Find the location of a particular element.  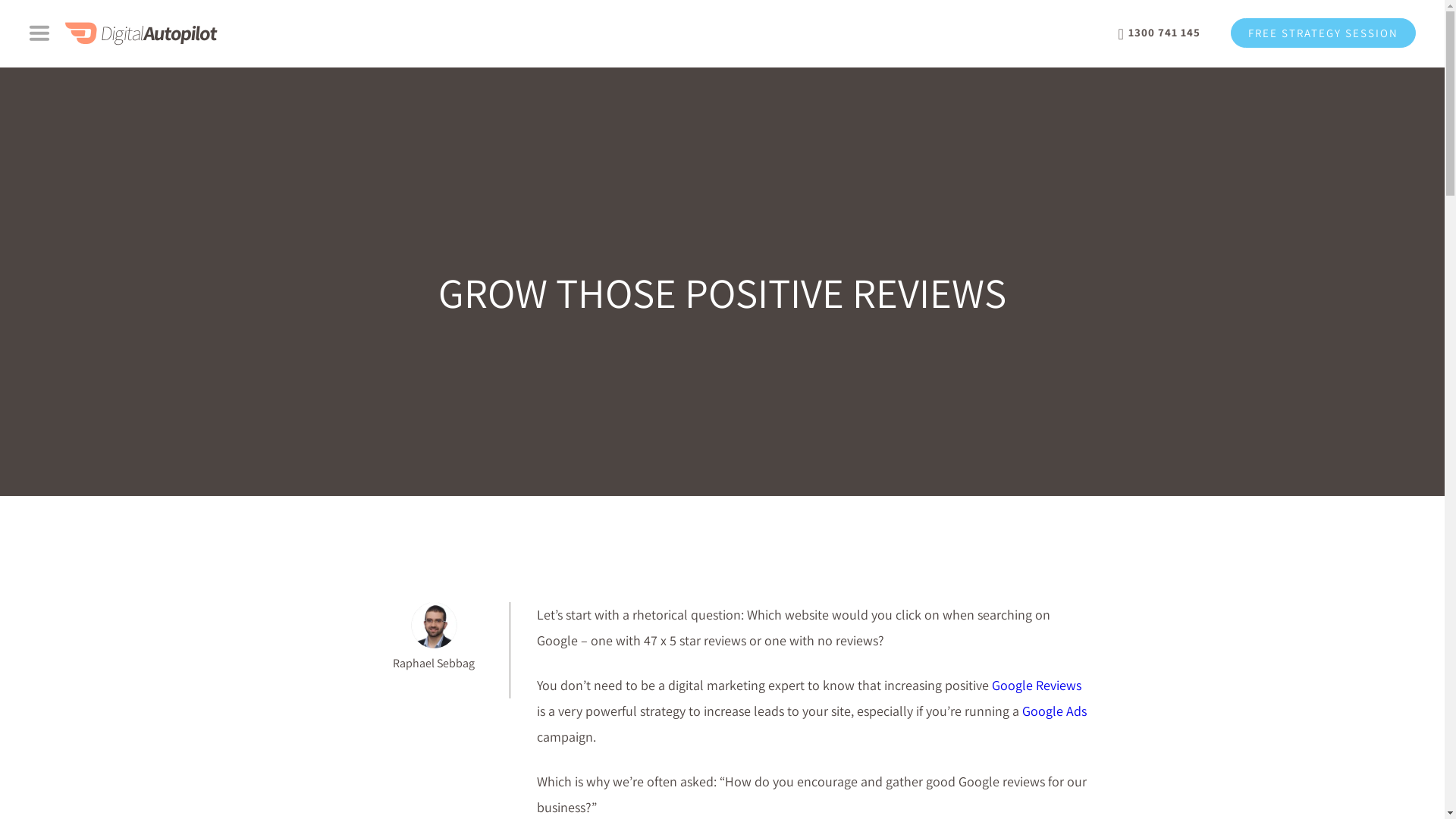

'1300 741 145' is located at coordinates (1159, 33).